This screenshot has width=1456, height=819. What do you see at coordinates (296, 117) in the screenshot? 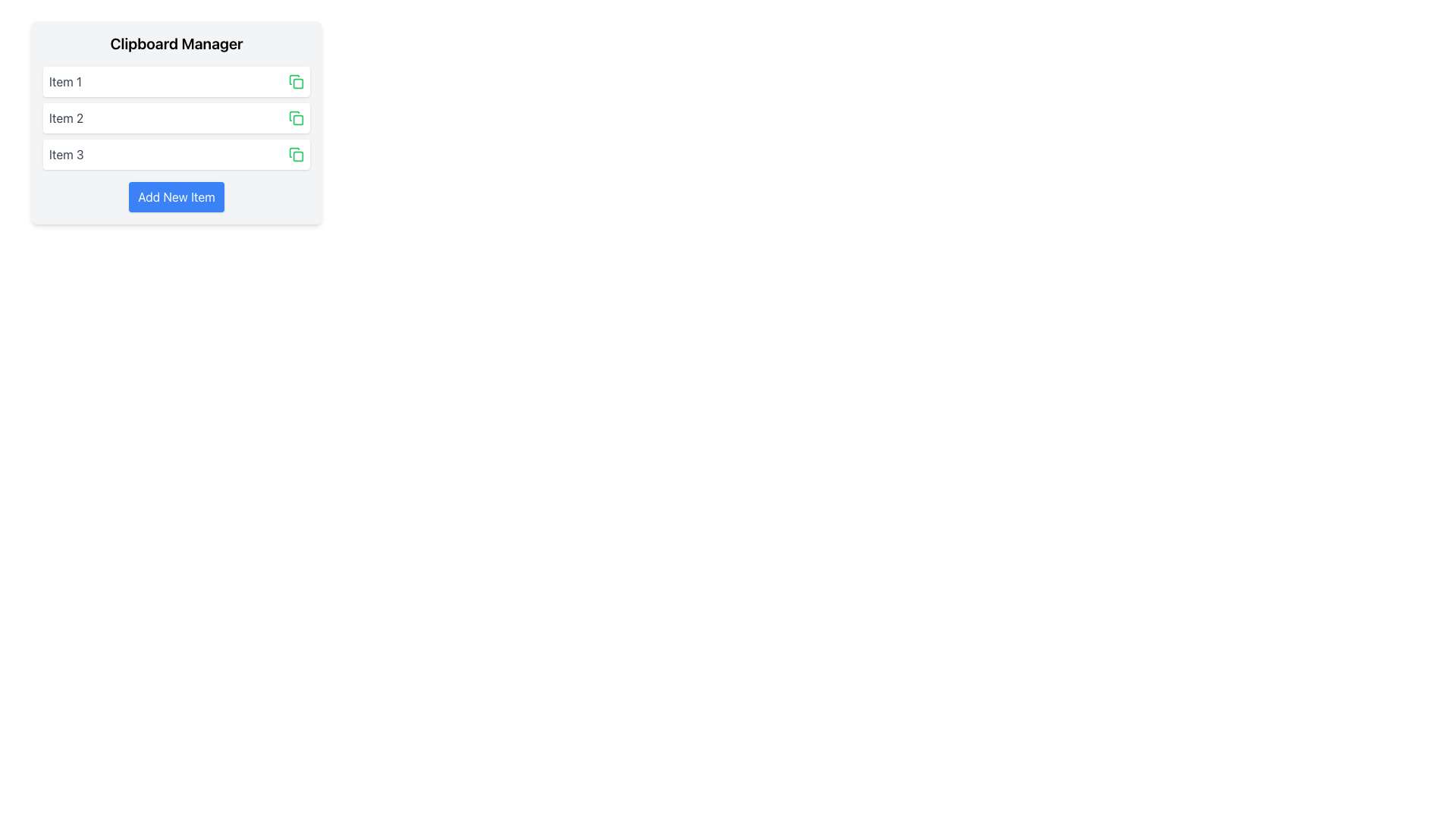
I see `the green button shaped like two overlapping squares, which is located to the right of the text 'Item 2'` at bounding box center [296, 117].